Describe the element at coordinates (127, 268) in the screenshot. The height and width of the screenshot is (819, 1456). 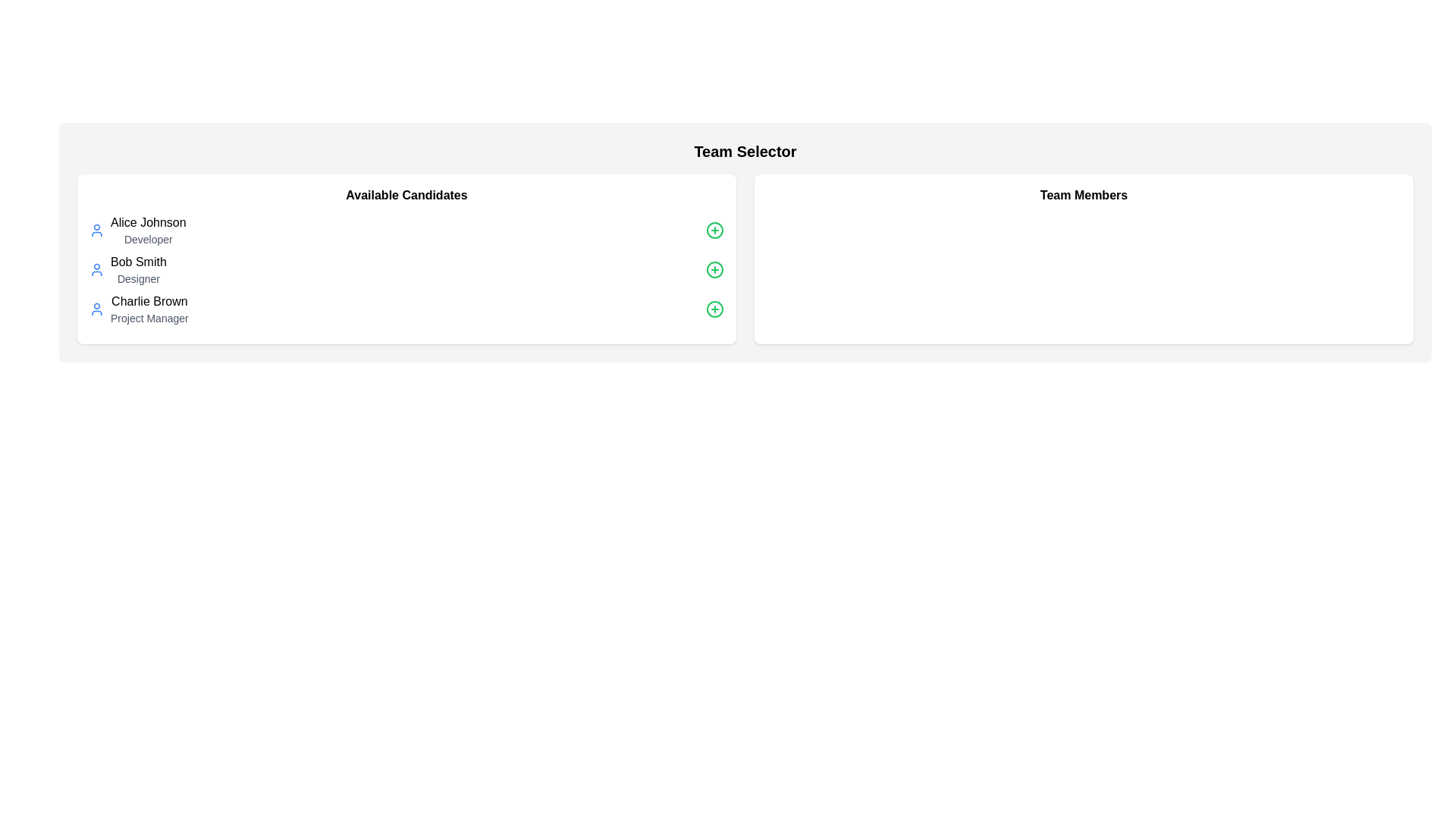
I see `the second entry in the list of available candidates, which displays information about a candidate including their name and role, located between 'Alice Johnson Developer' and 'Charlie Brown Project Manager'` at that location.